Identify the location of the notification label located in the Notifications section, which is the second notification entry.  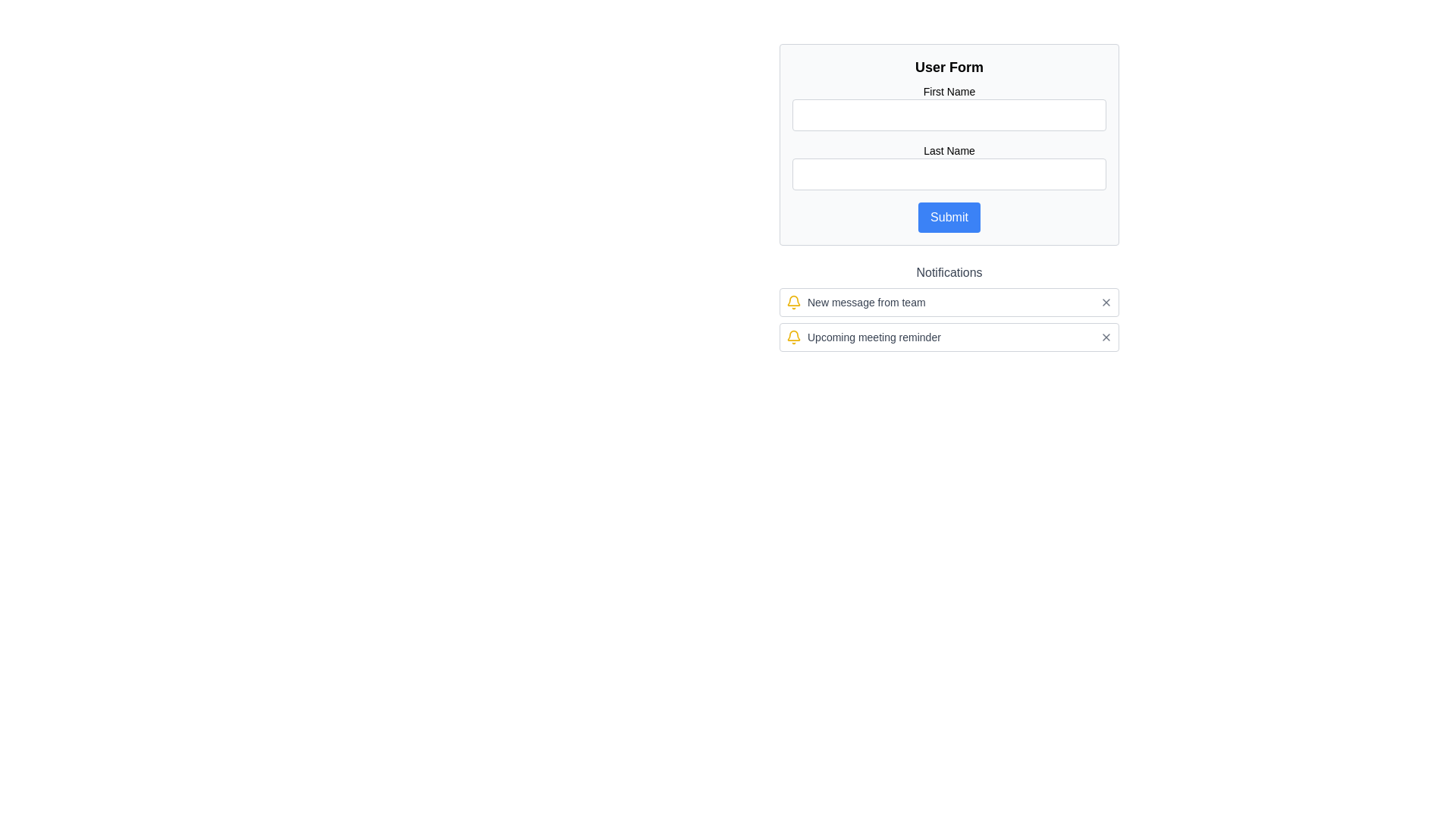
(863, 336).